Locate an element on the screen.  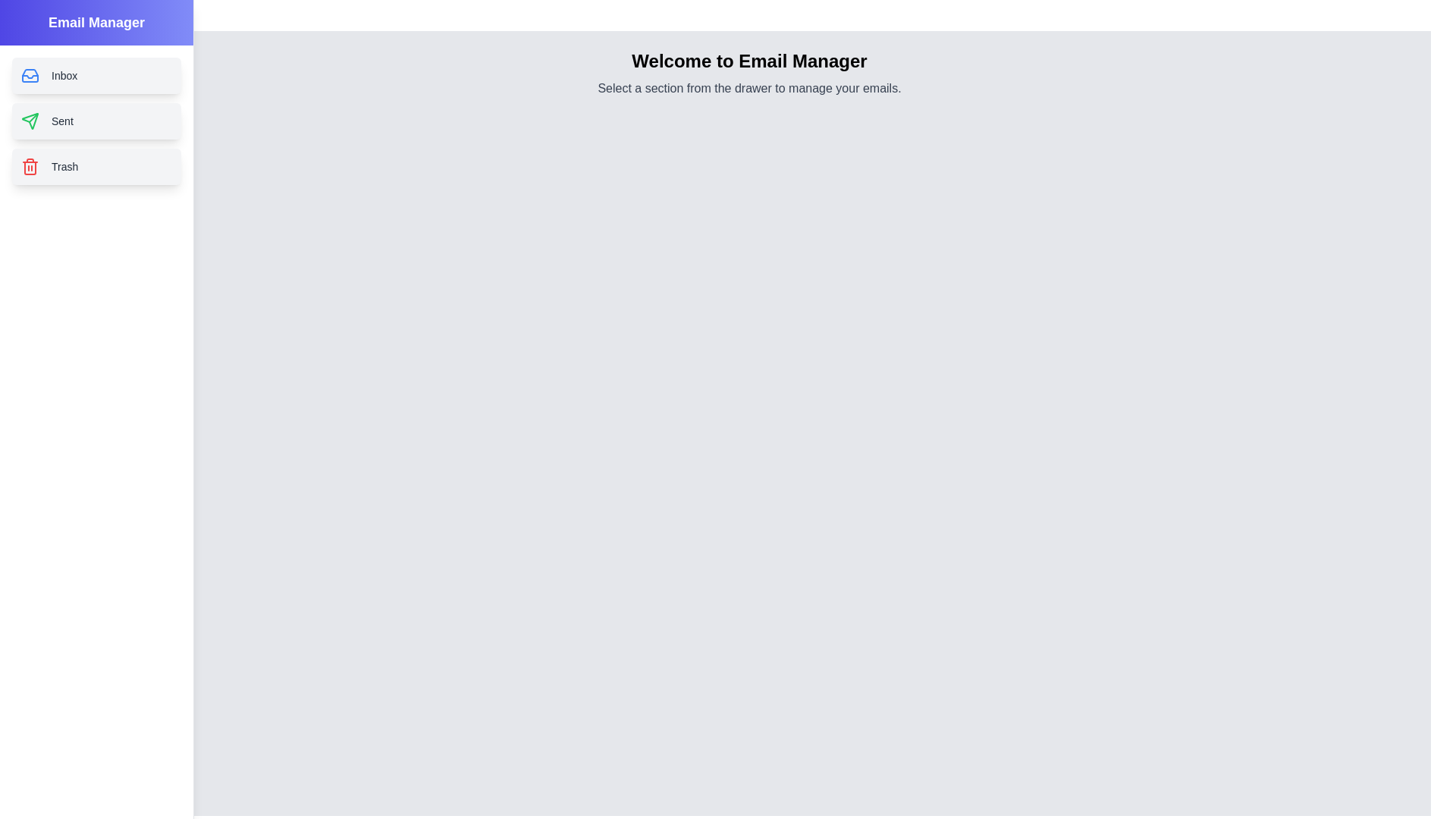
the Inbox section from the drawer is located at coordinates (96, 76).